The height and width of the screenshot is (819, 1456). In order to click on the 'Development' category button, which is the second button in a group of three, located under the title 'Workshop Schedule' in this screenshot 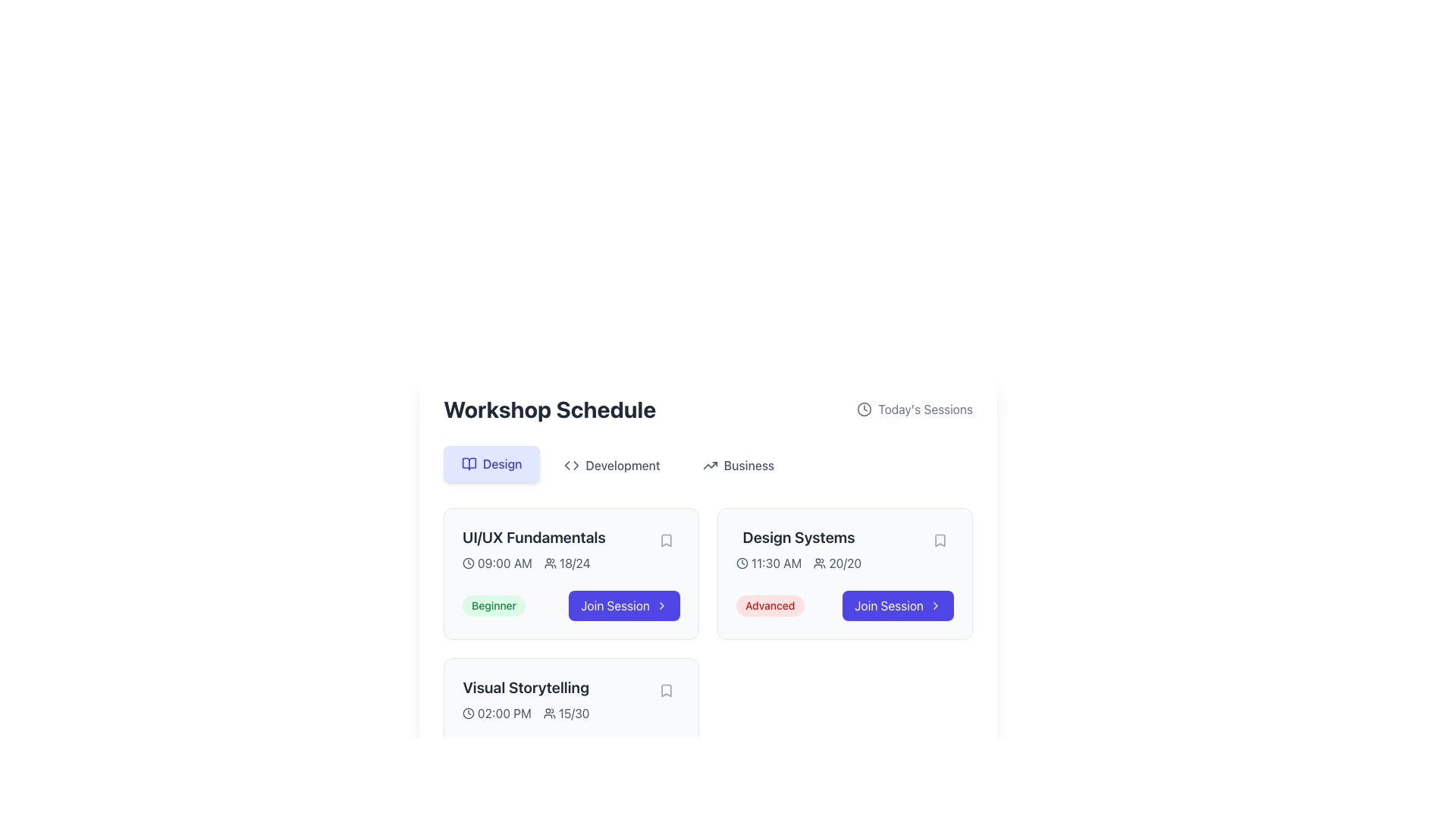, I will do `click(612, 464)`.